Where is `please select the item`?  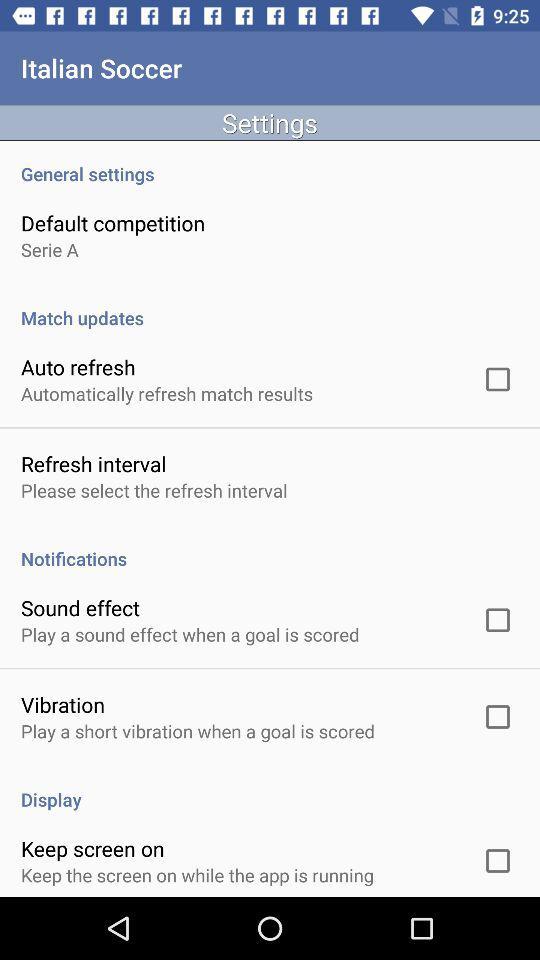
please select the item is located at coordinates (153, 489).